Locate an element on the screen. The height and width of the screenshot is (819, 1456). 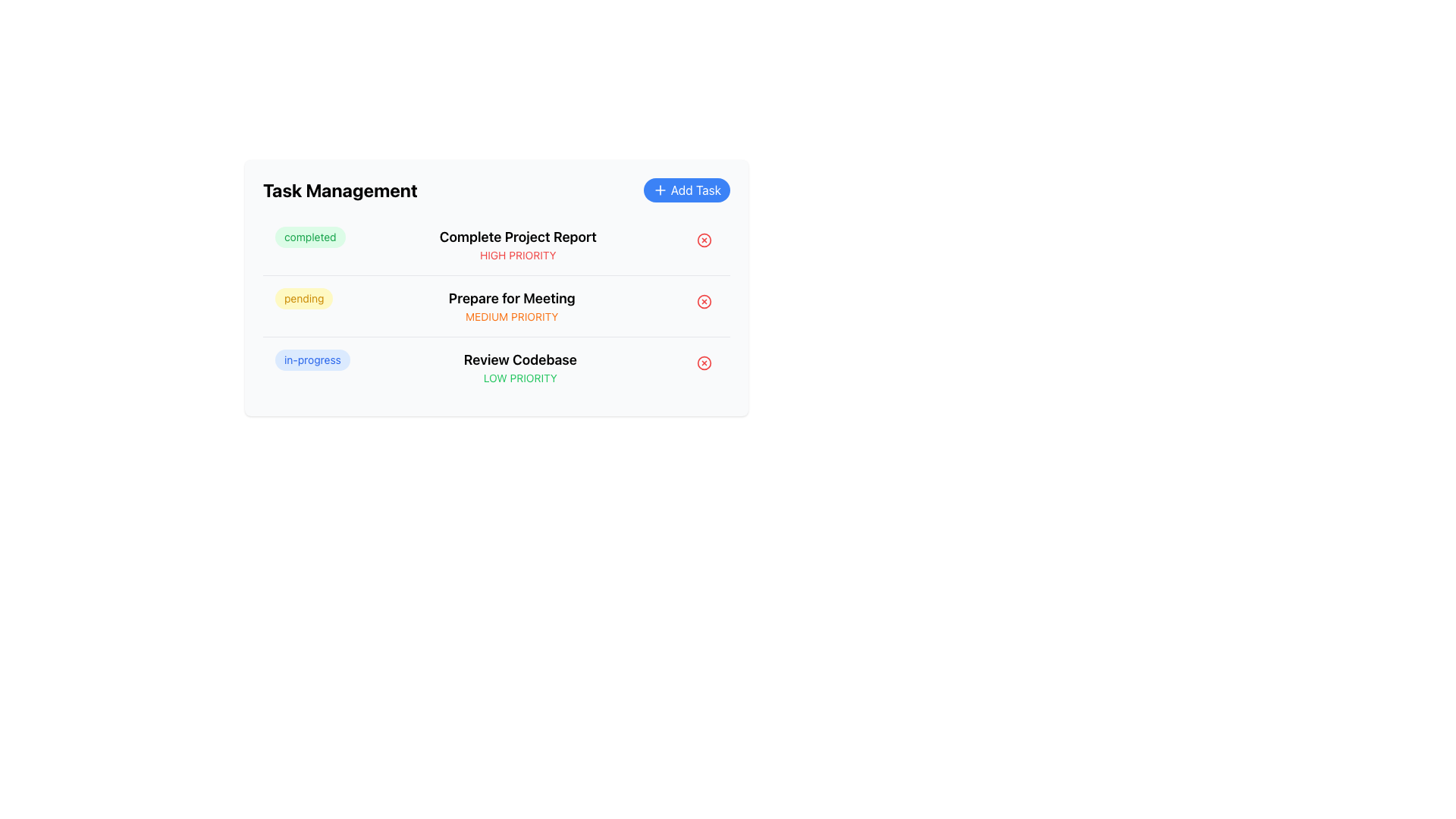
the status label displaying 'completed' in green, which is located on the left side of the task item row for 'Complete Project Report' is located at coordinates (309, 237).